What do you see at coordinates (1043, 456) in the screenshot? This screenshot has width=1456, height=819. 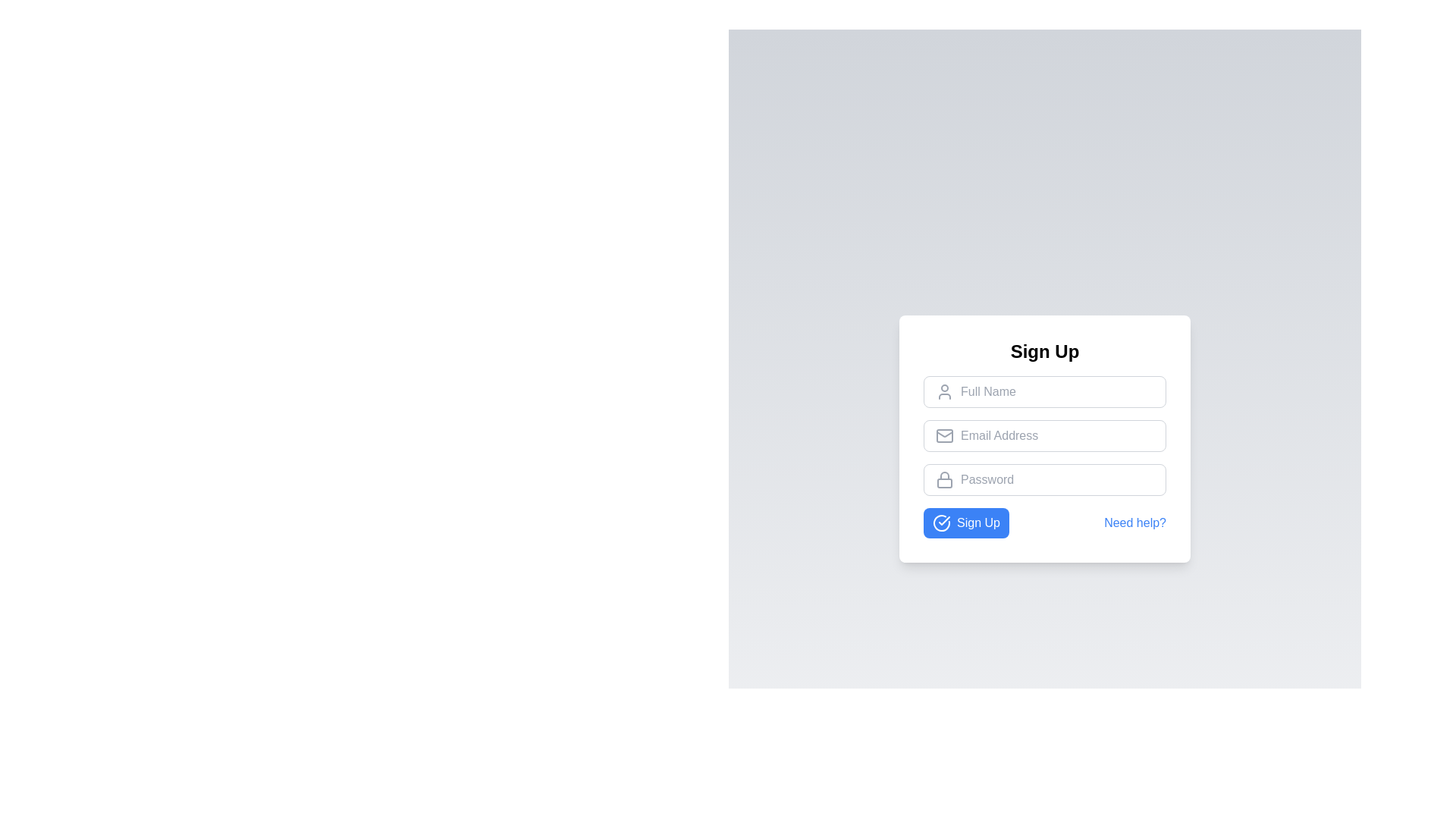 I see `the form input group located within the white rectangular card below the 'Sign Up' heading to focus on the individual fields for user input` at bounding box center [1043, 456].